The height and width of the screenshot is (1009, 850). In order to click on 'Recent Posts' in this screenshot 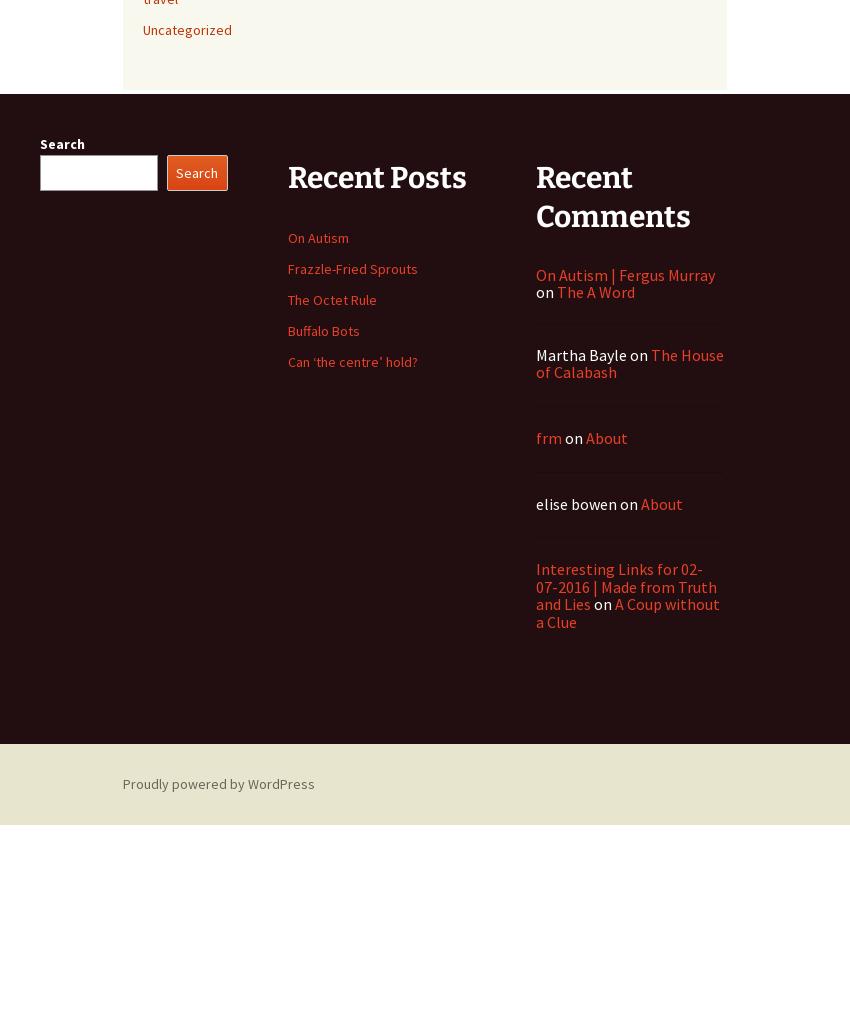, I will do `click(376, 175)`.